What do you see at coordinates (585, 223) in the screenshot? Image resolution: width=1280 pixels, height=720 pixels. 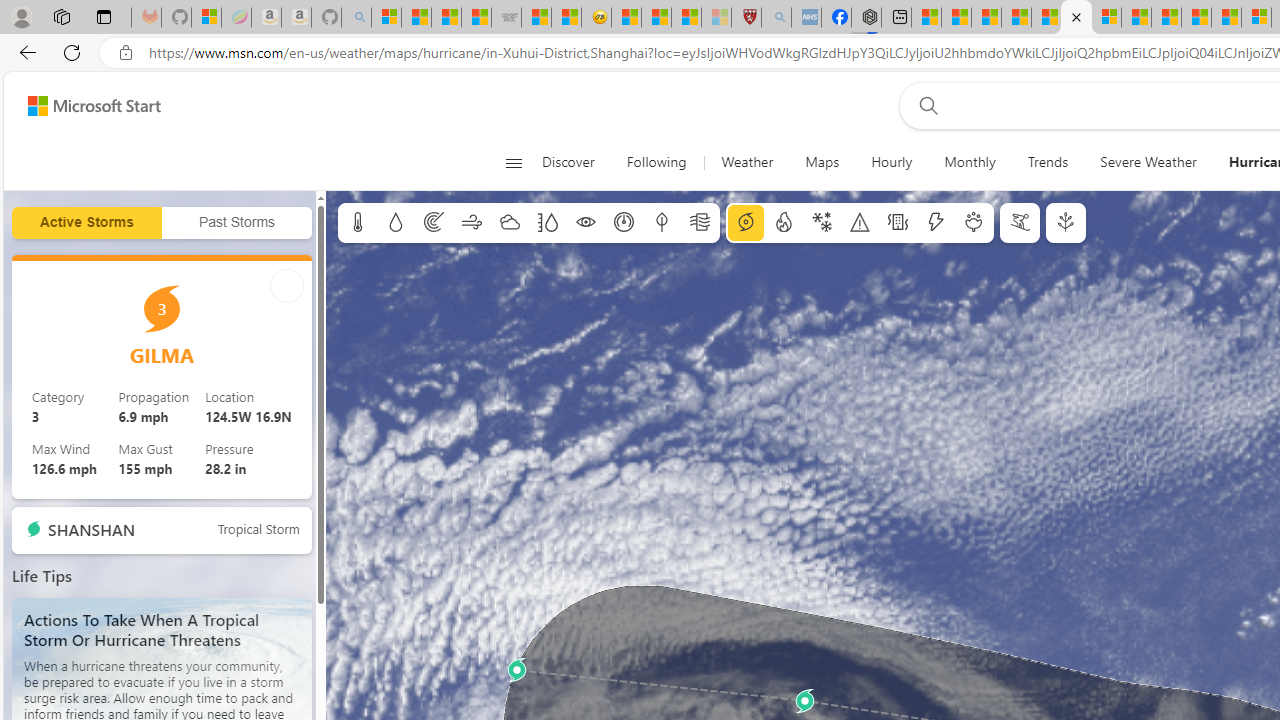 I see `'Visibility'` at bounding box center [585, 223].